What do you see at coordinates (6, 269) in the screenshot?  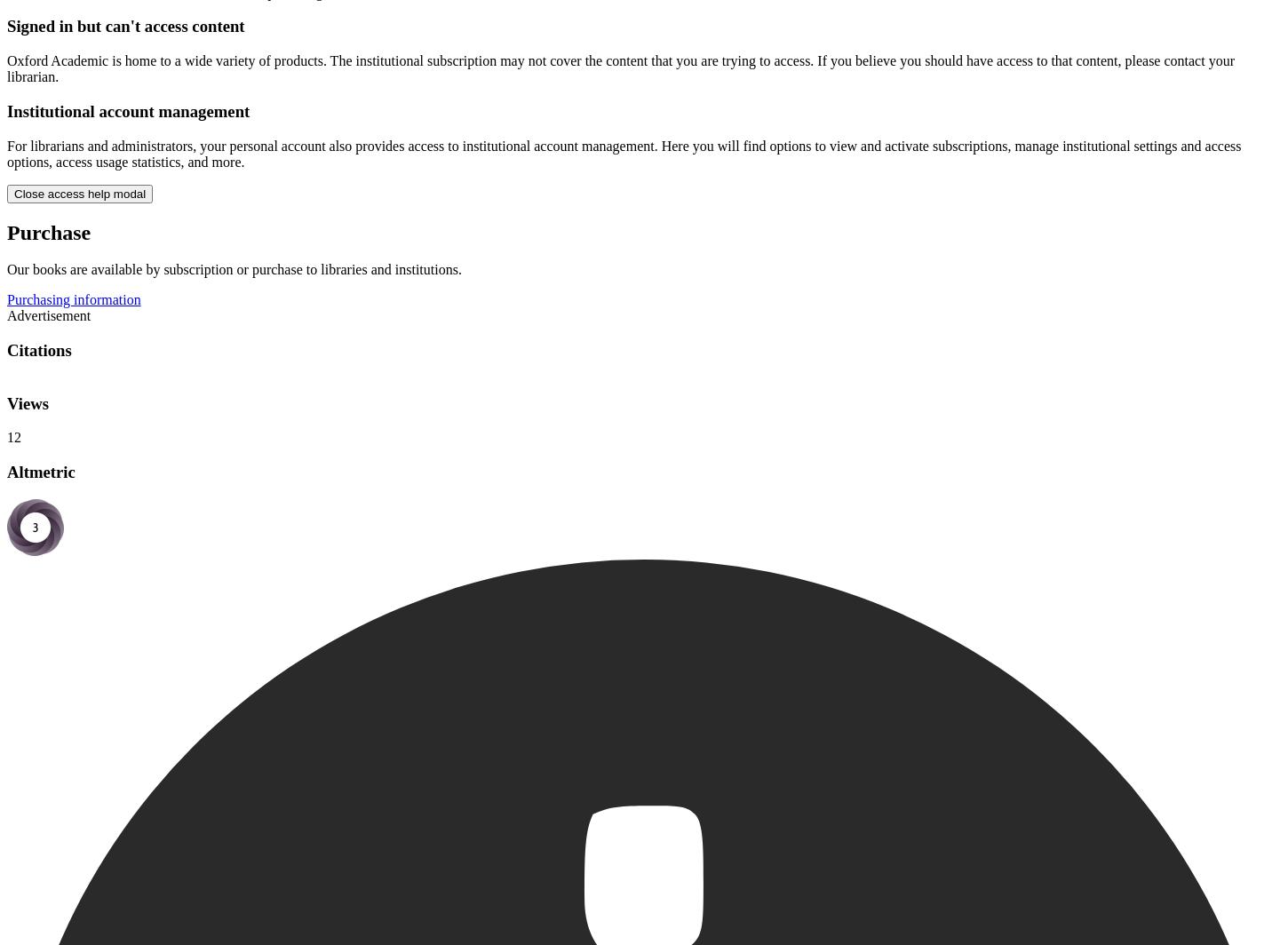 I see `'Our books are available by subscription or purchase to libraries and institutions.'` at bounding box center [6, 269].